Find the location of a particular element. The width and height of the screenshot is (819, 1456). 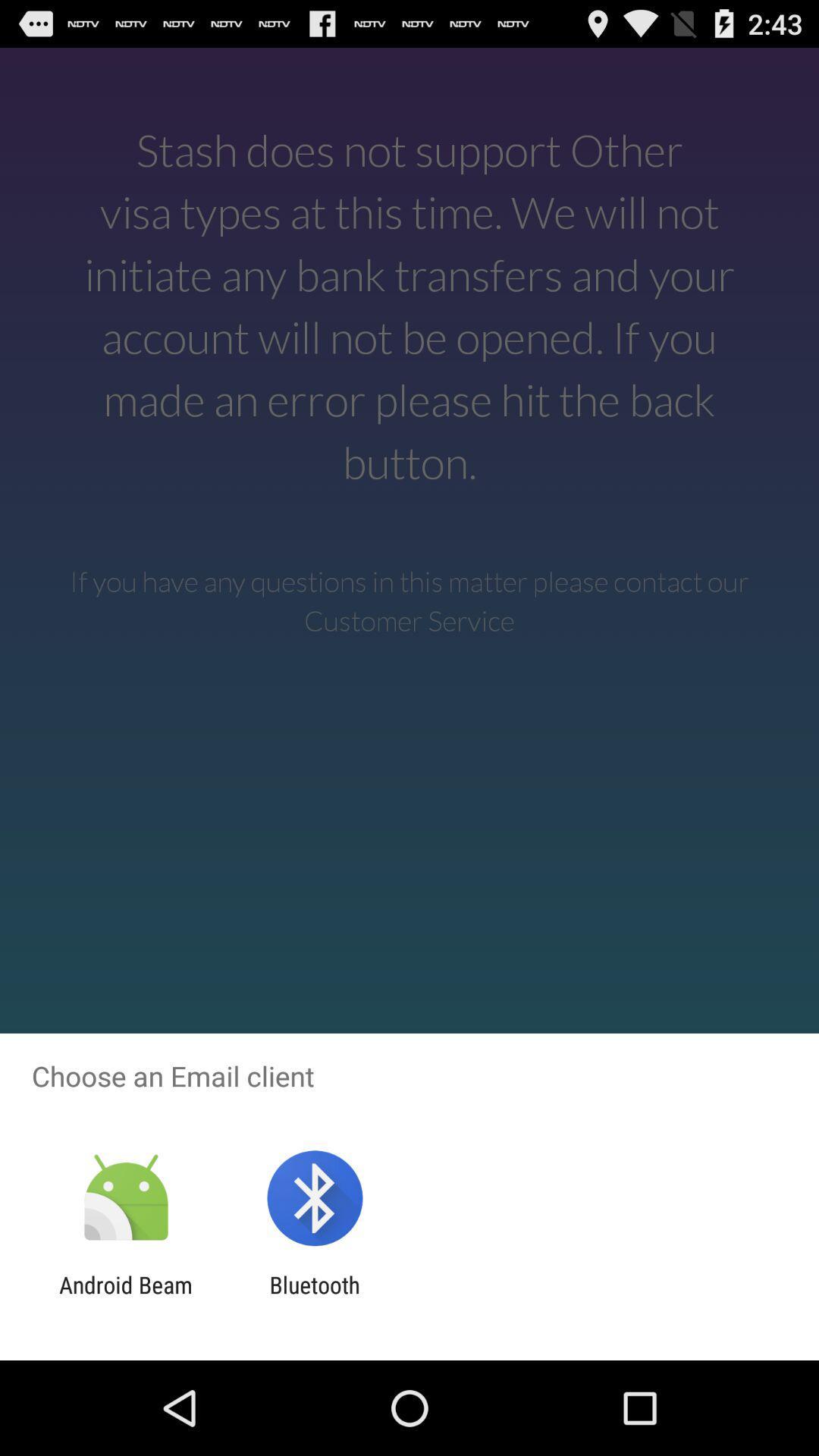

the bluetooth is located at coordinates (314, 1298).